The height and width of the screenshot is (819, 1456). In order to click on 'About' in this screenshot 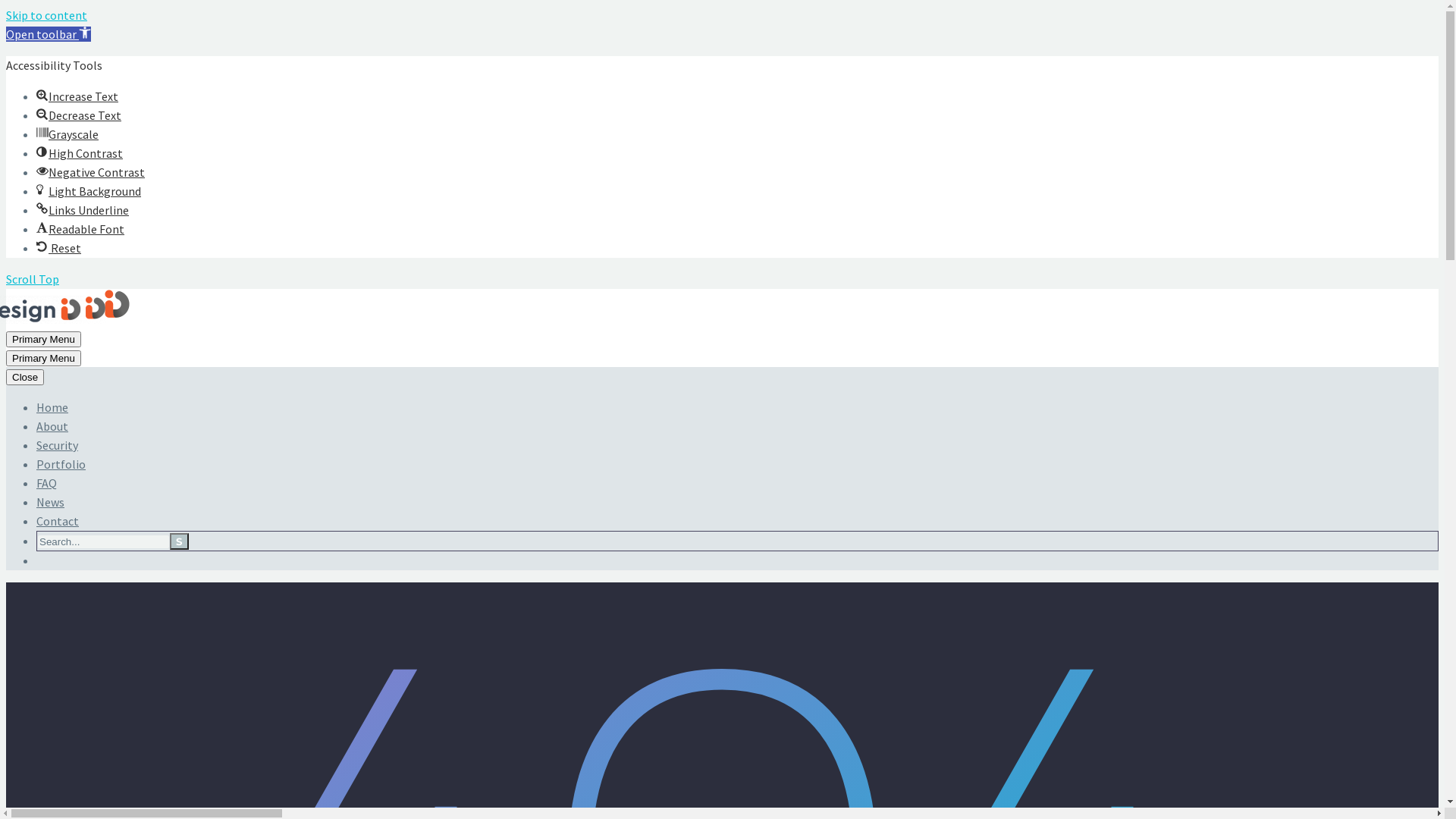, I will do `click(36, 426)`.